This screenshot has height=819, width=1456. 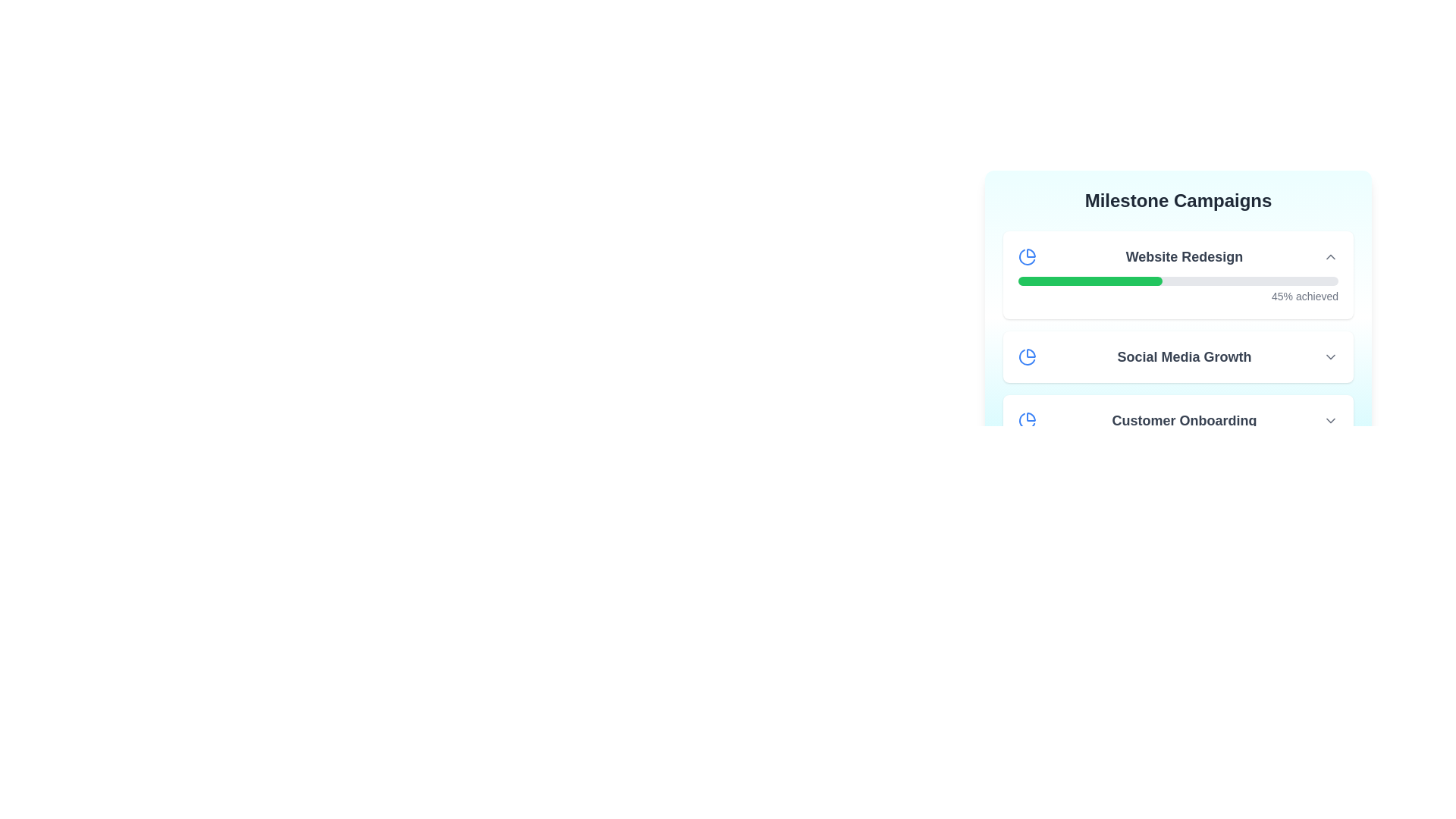 I want to click on the Progress Bar in the 'Milestone Campaigns' section that indicates 45% completion of the 'Website Redesign' milestone, positioned above the text '45% achieved.', so click(x=1178, y=281).